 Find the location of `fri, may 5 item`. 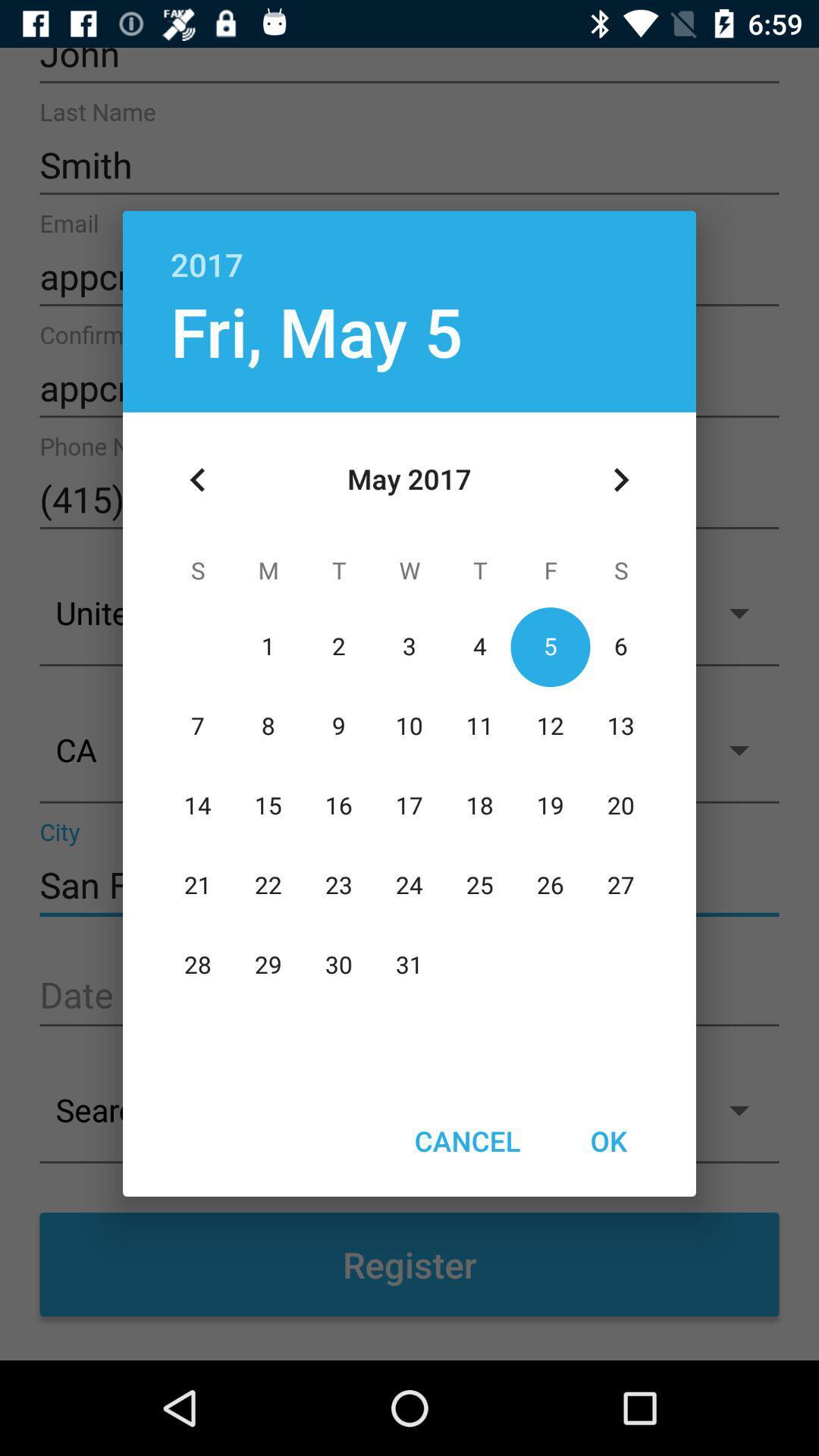

fri, may 5 item is located at coordinates (315, 330).